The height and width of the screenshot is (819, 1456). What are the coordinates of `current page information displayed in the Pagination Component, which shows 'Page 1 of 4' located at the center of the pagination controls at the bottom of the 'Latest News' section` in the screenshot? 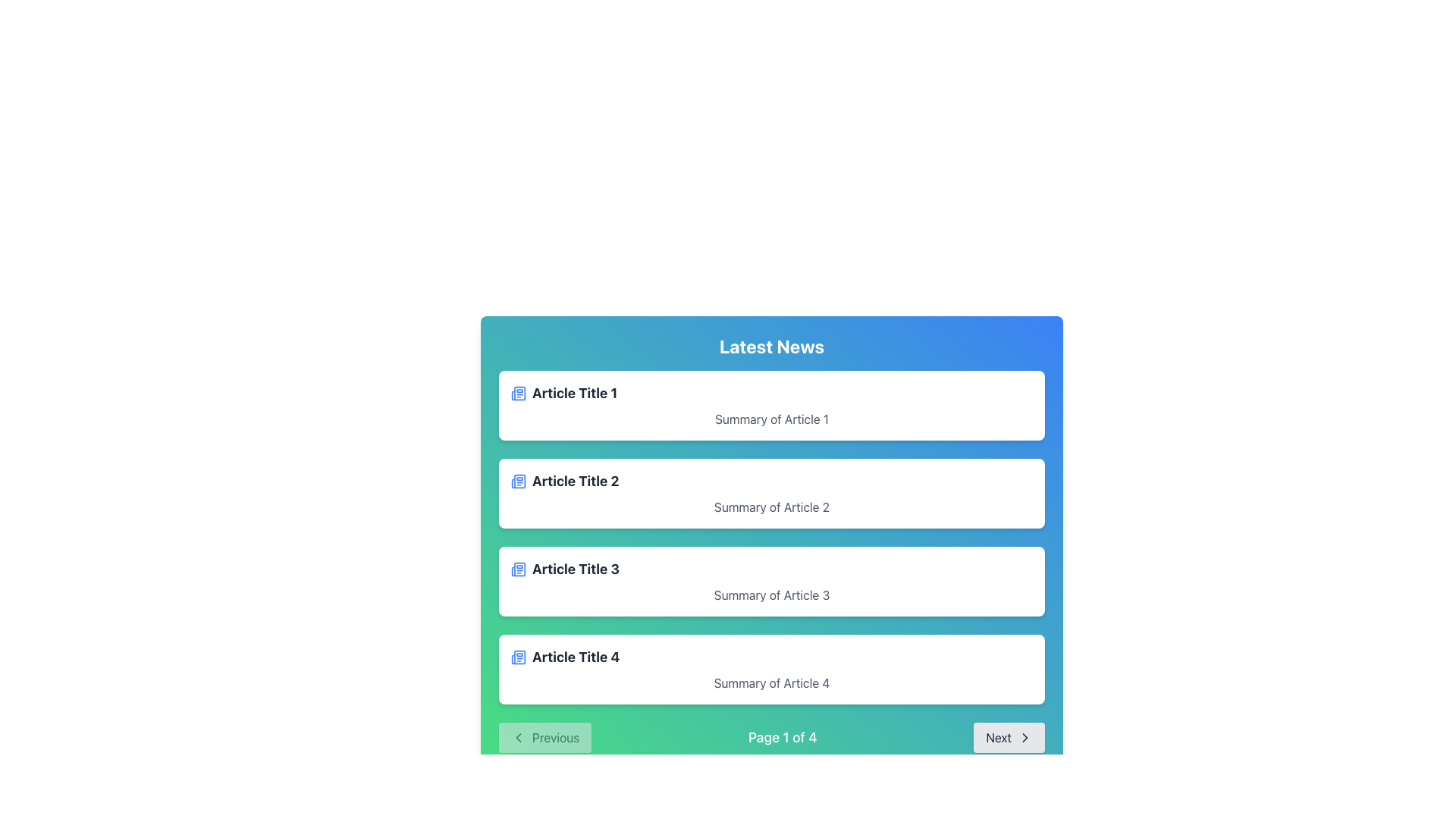 It's located at (771, 736).